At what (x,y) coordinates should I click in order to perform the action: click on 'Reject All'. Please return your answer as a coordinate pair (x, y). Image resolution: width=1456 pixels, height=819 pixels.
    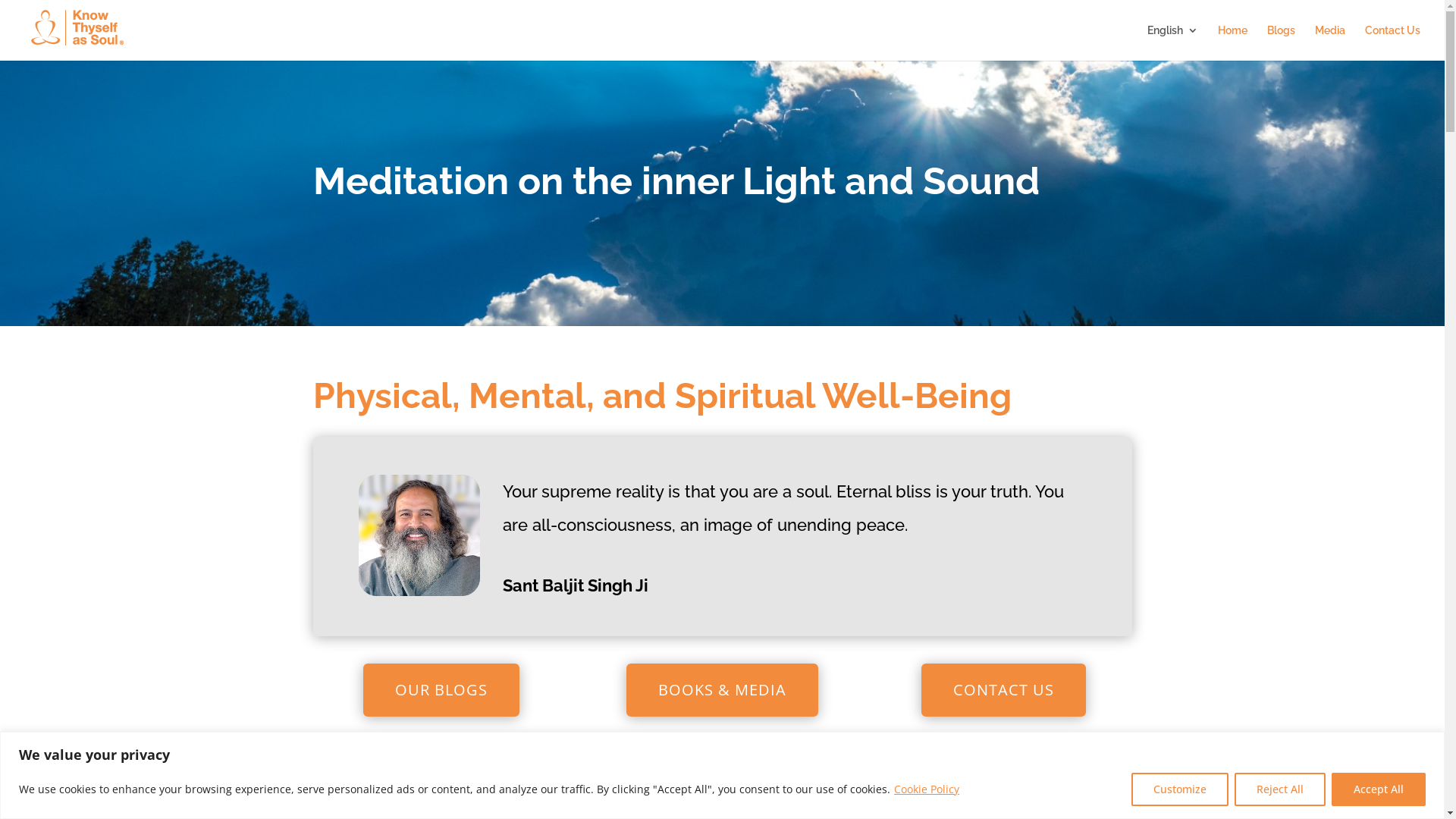
    Looking at the image, I should click on (1279, 788).